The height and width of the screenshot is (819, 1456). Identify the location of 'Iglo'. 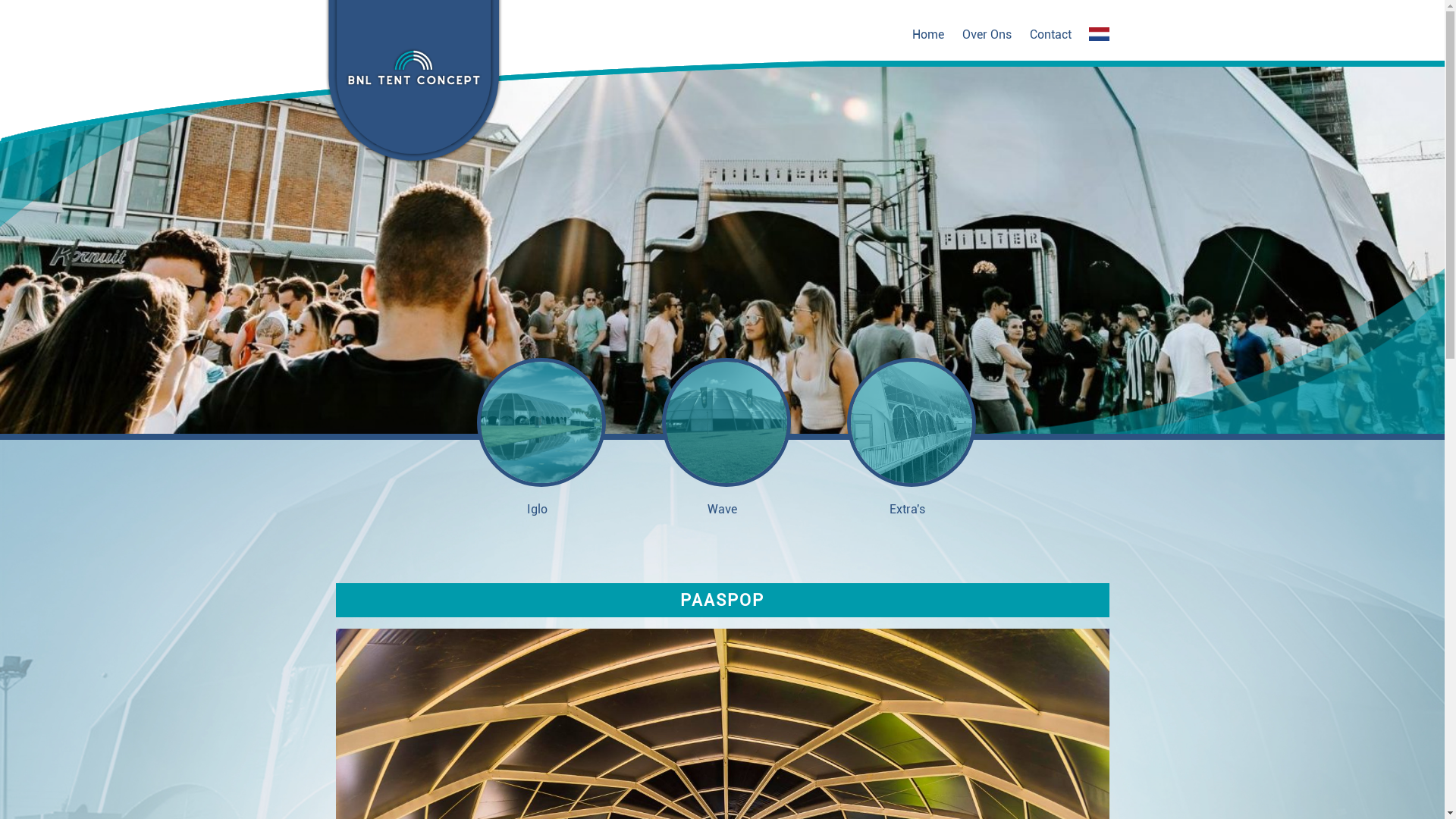
(537, 437).